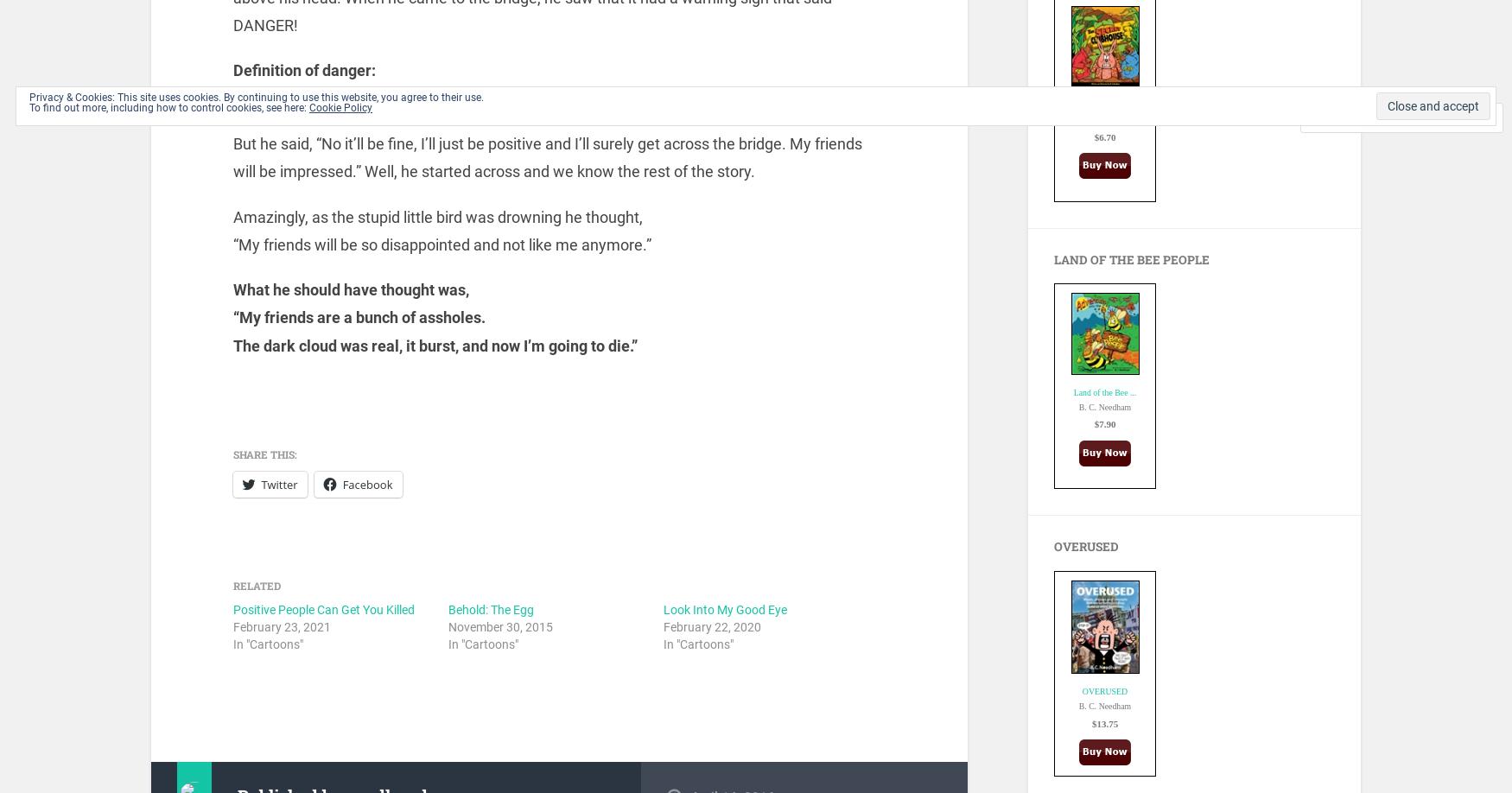  What do you see at coordinates (521, 344) in the screenshot?
I see `'it burst, and now I’m going to die.”'` at bounding box center [521, 344].